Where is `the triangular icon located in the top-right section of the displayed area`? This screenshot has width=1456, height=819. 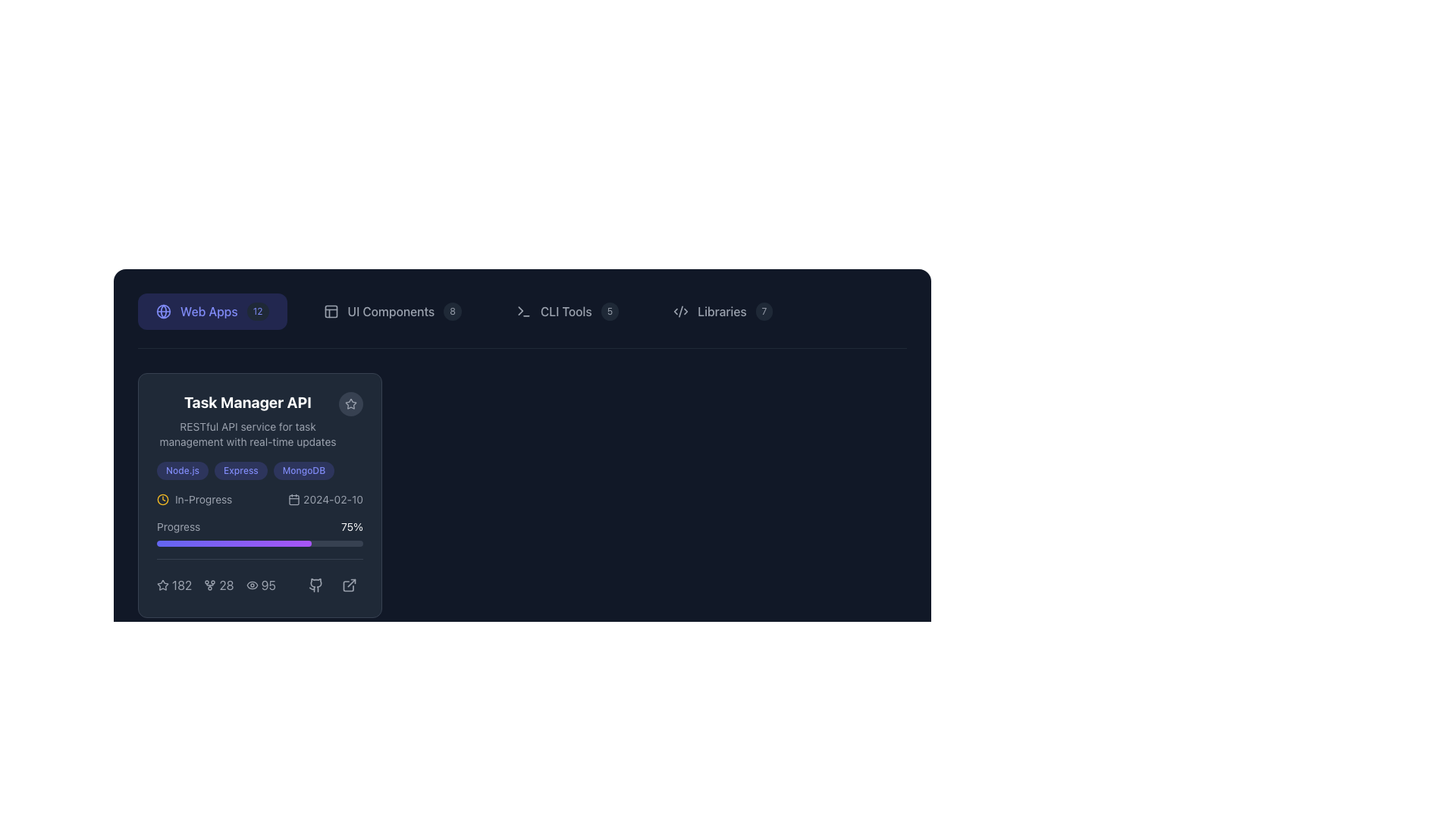
the triangular icon located in the top-right section of the displayed area is located at coordinates (520, 310).